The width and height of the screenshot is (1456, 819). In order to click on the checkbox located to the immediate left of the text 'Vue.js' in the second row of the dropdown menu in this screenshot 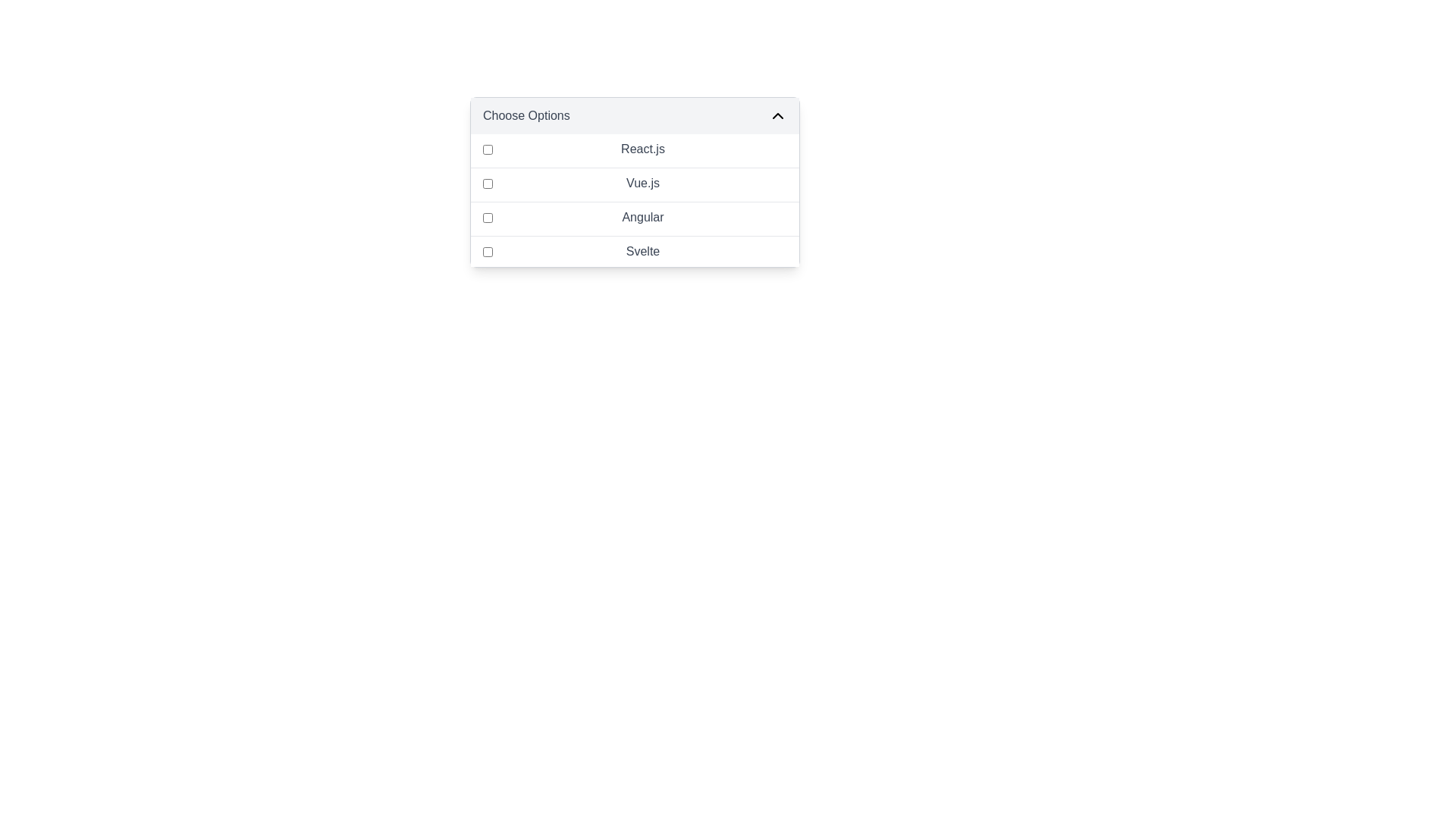, I will do `click(488, 183)`.